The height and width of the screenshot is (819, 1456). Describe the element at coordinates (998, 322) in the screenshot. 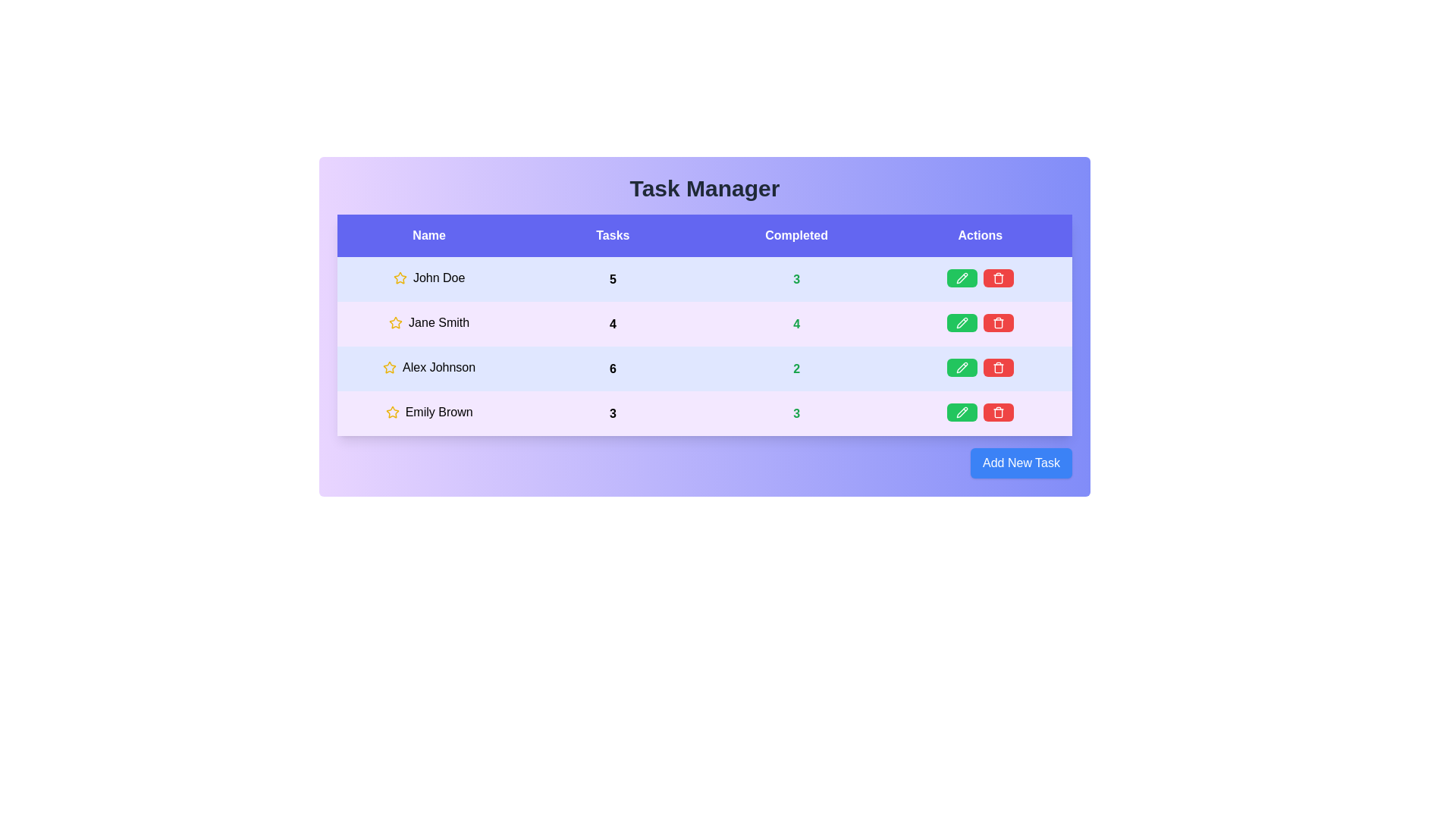

I see `red trash icon to delete the task for Jane Smith` at that location.